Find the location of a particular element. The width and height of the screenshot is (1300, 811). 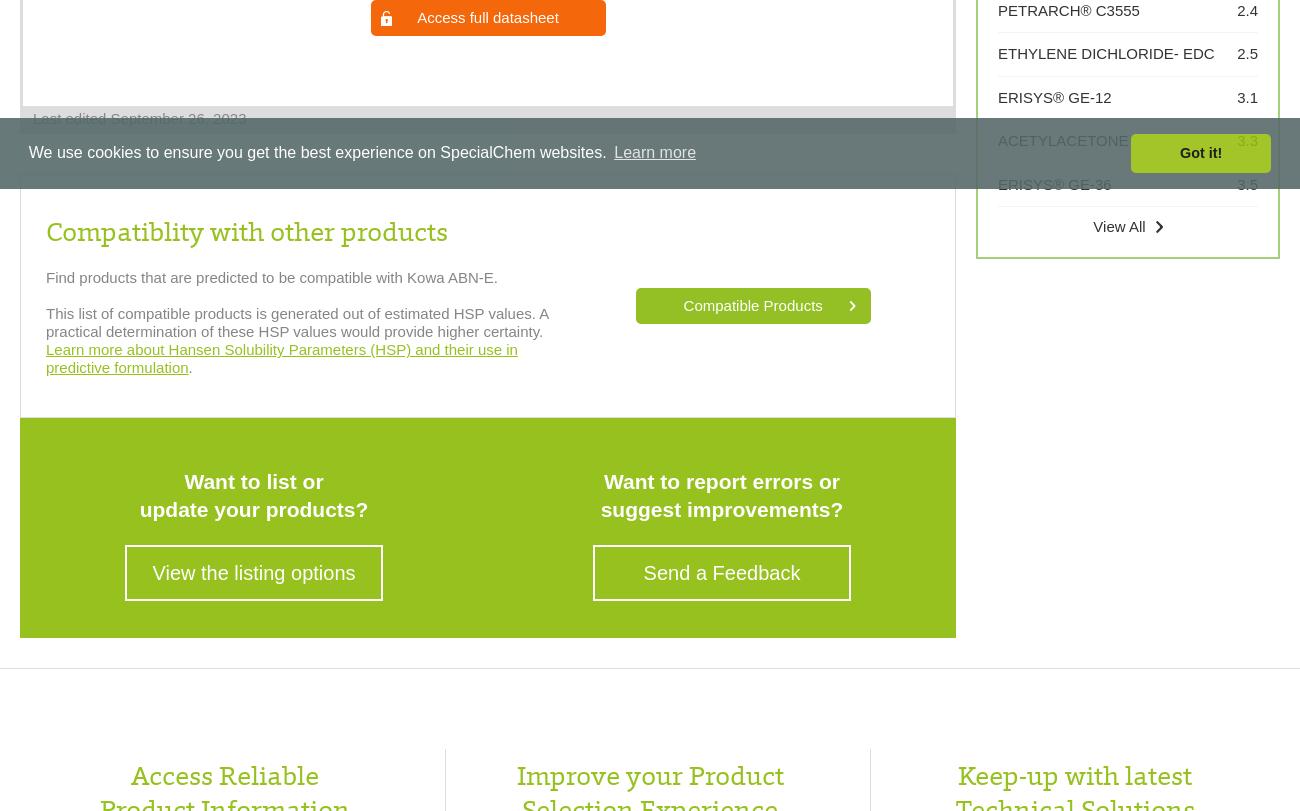

'3.1' is located at coordinates (1245, 96).